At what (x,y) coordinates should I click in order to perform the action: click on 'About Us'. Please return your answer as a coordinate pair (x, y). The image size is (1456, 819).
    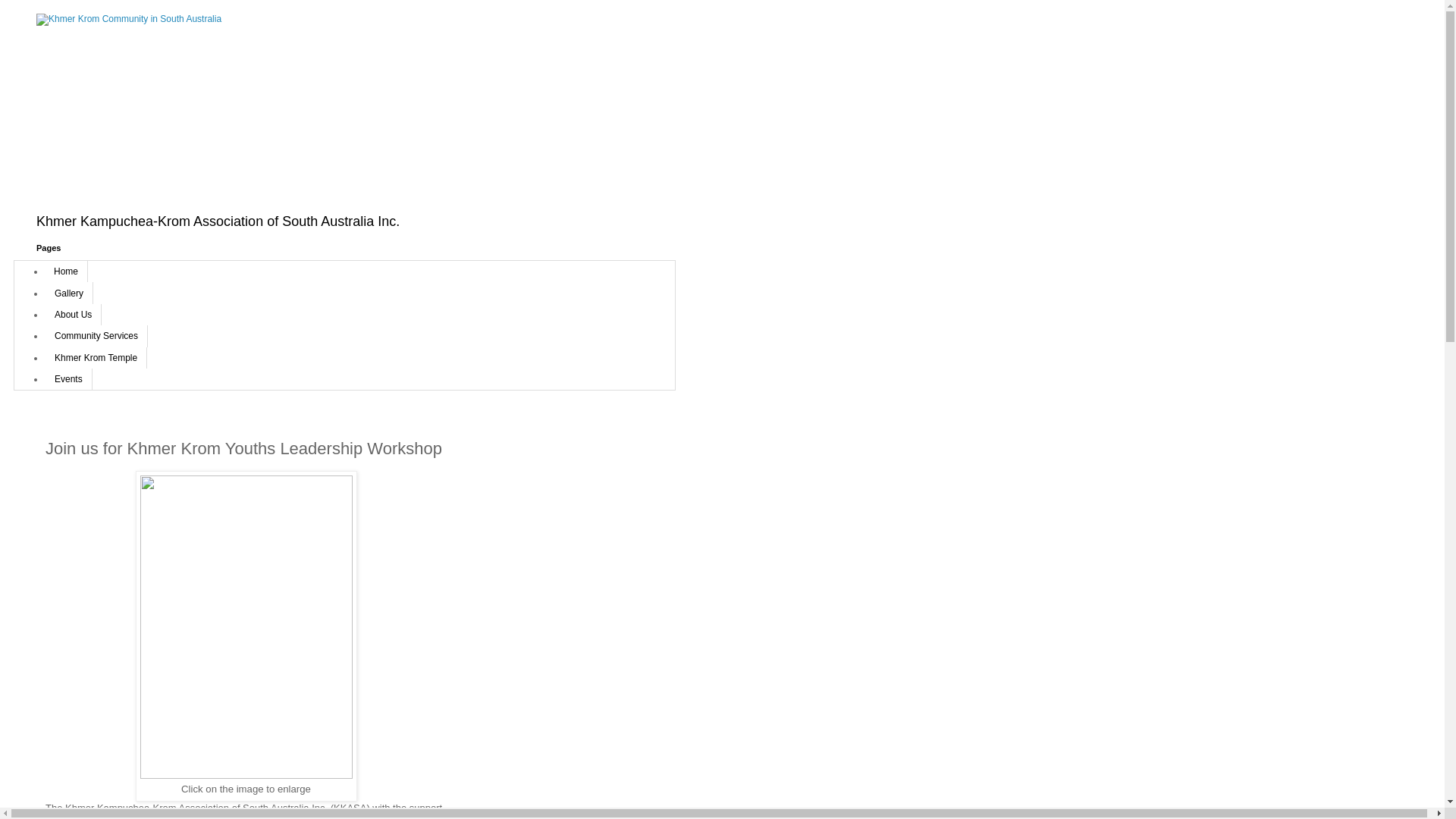
    Looking at the image, I should click on (72, 314).